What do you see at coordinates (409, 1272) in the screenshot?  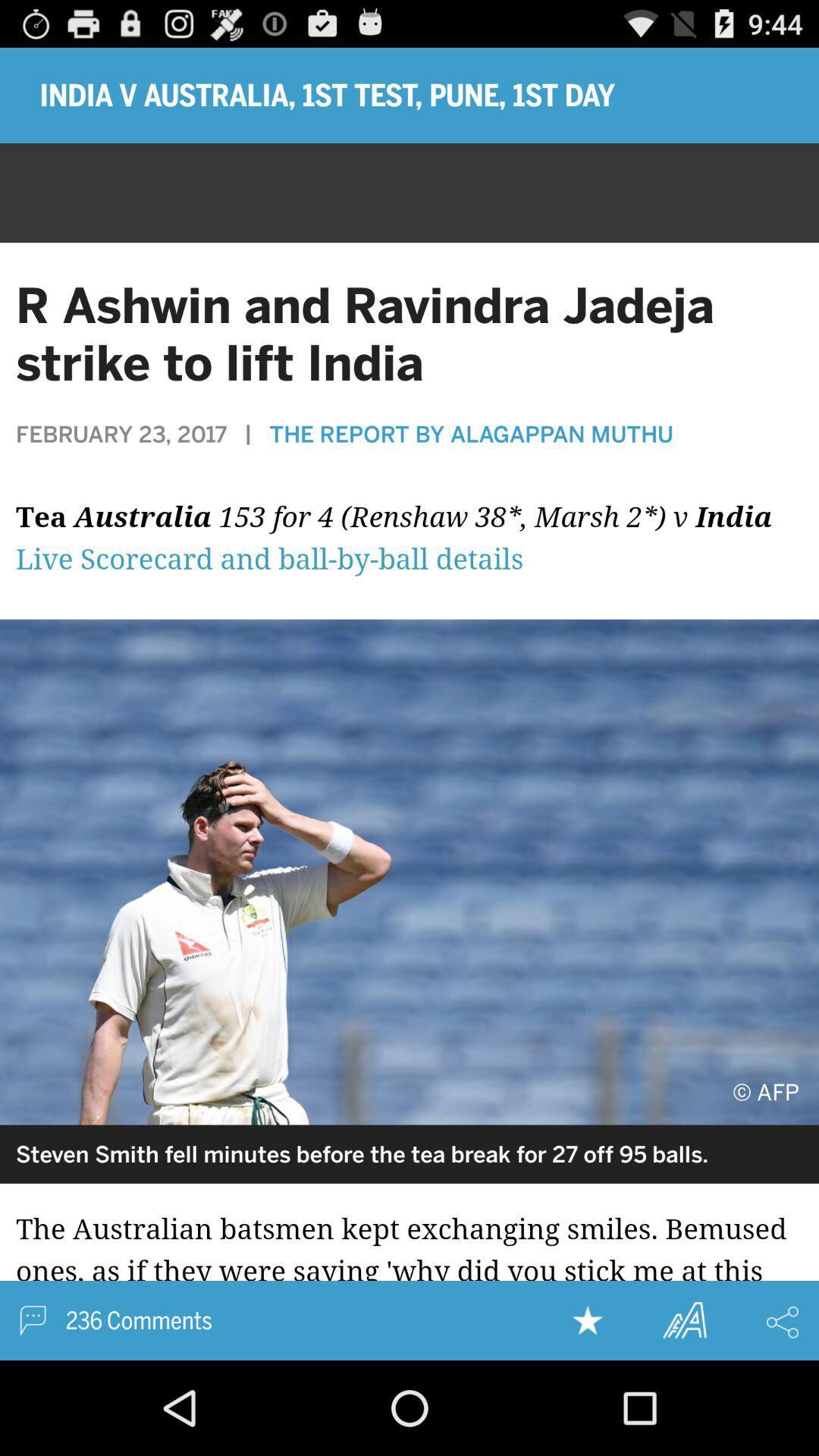 I see `look at comments` at bounding box center [409, 1272].